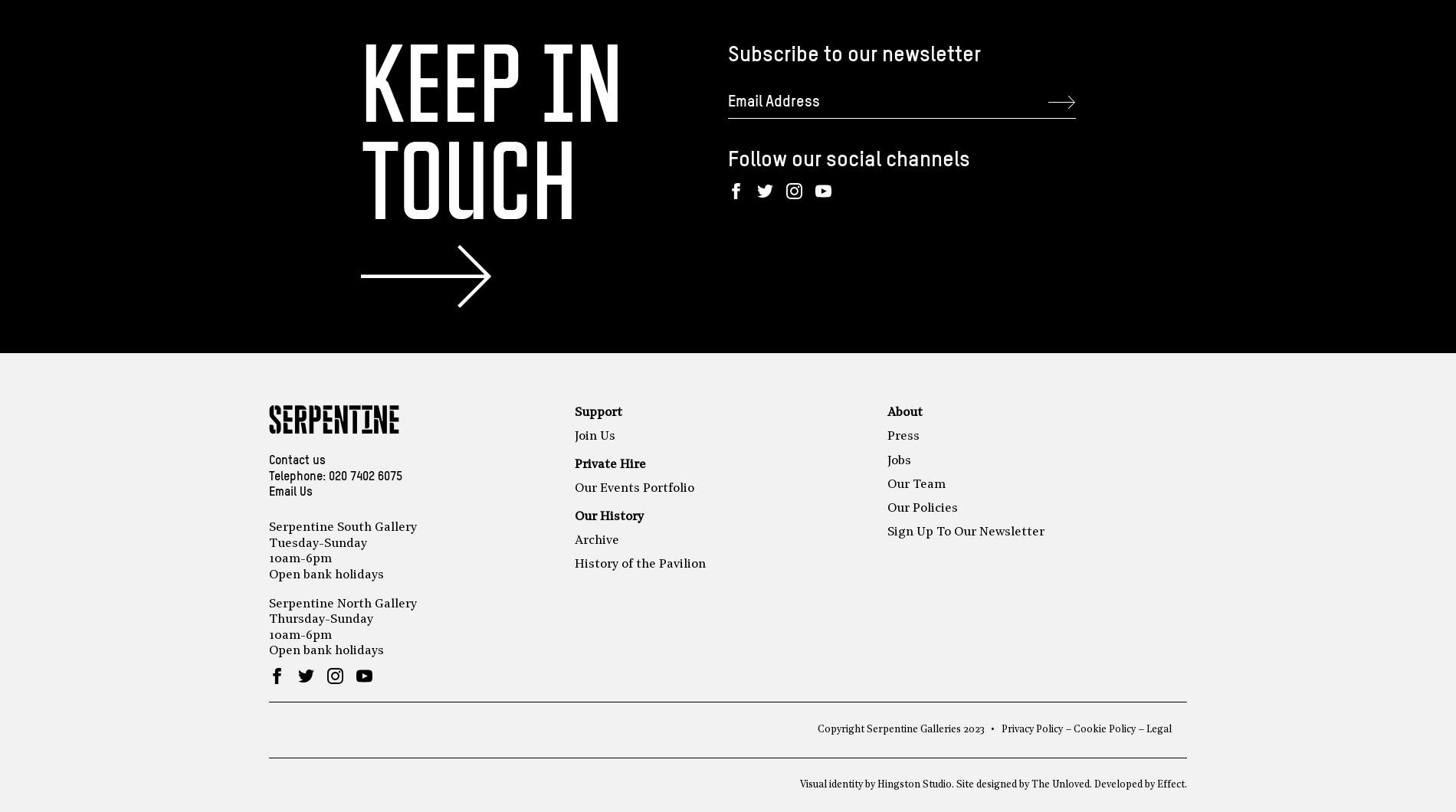  What do you see at coordinates (921, 507) in the screenshot?
I see `'Our Policies'` at bounding box center [921, 507].